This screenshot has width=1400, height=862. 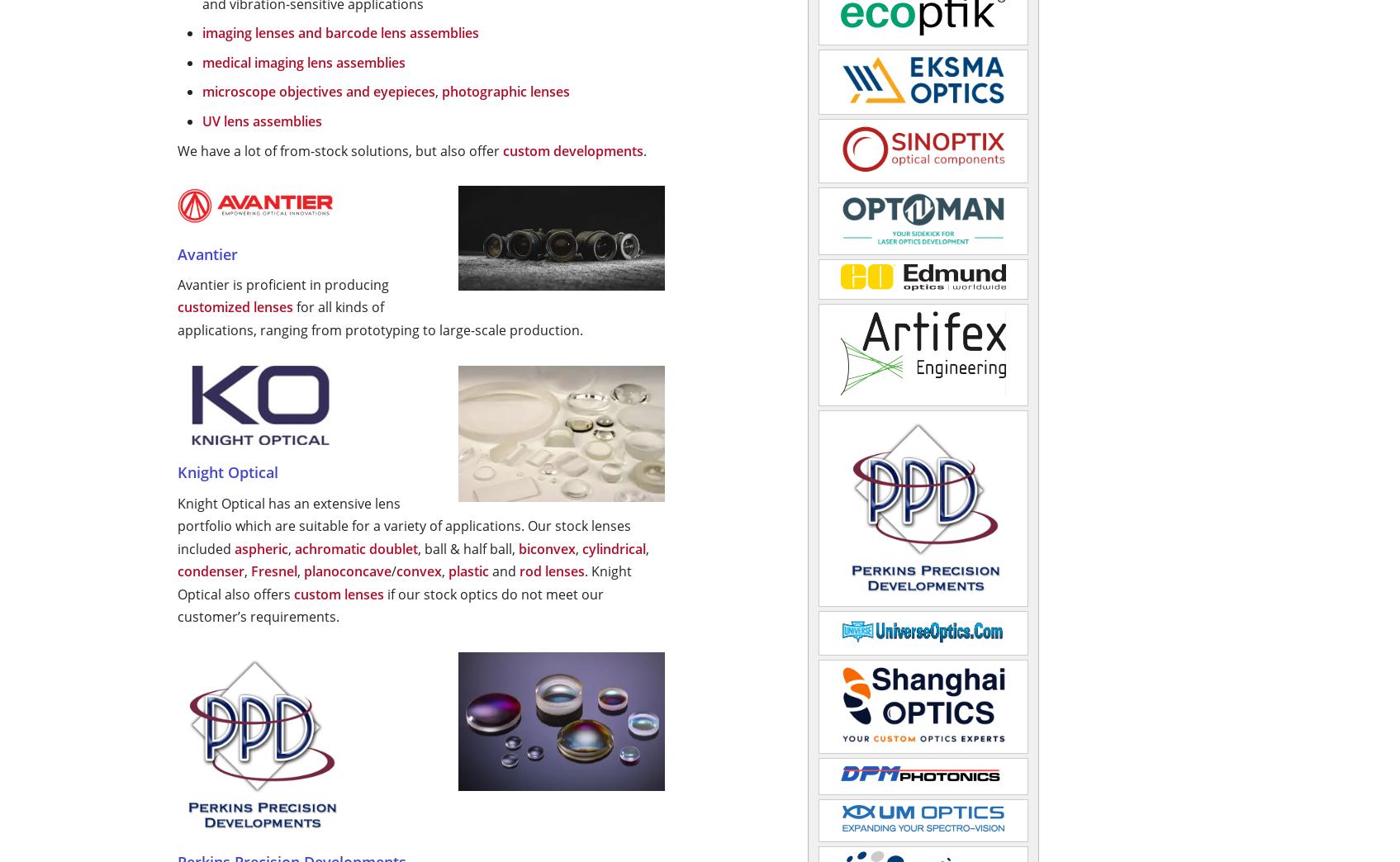 I want to click on 'rod lenses', so click(x=552, y=570).